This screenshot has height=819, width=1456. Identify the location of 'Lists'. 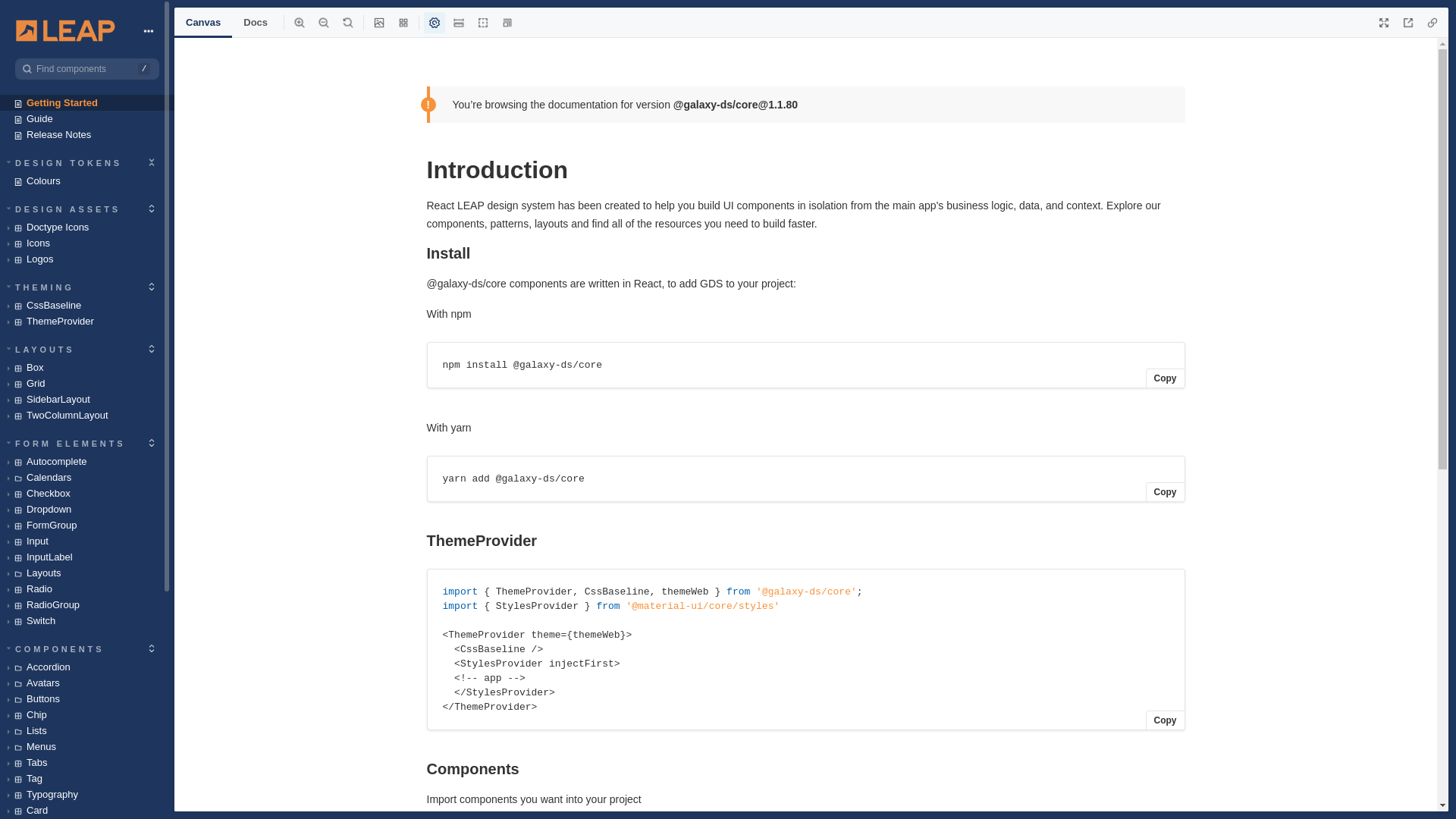
(86, 730).